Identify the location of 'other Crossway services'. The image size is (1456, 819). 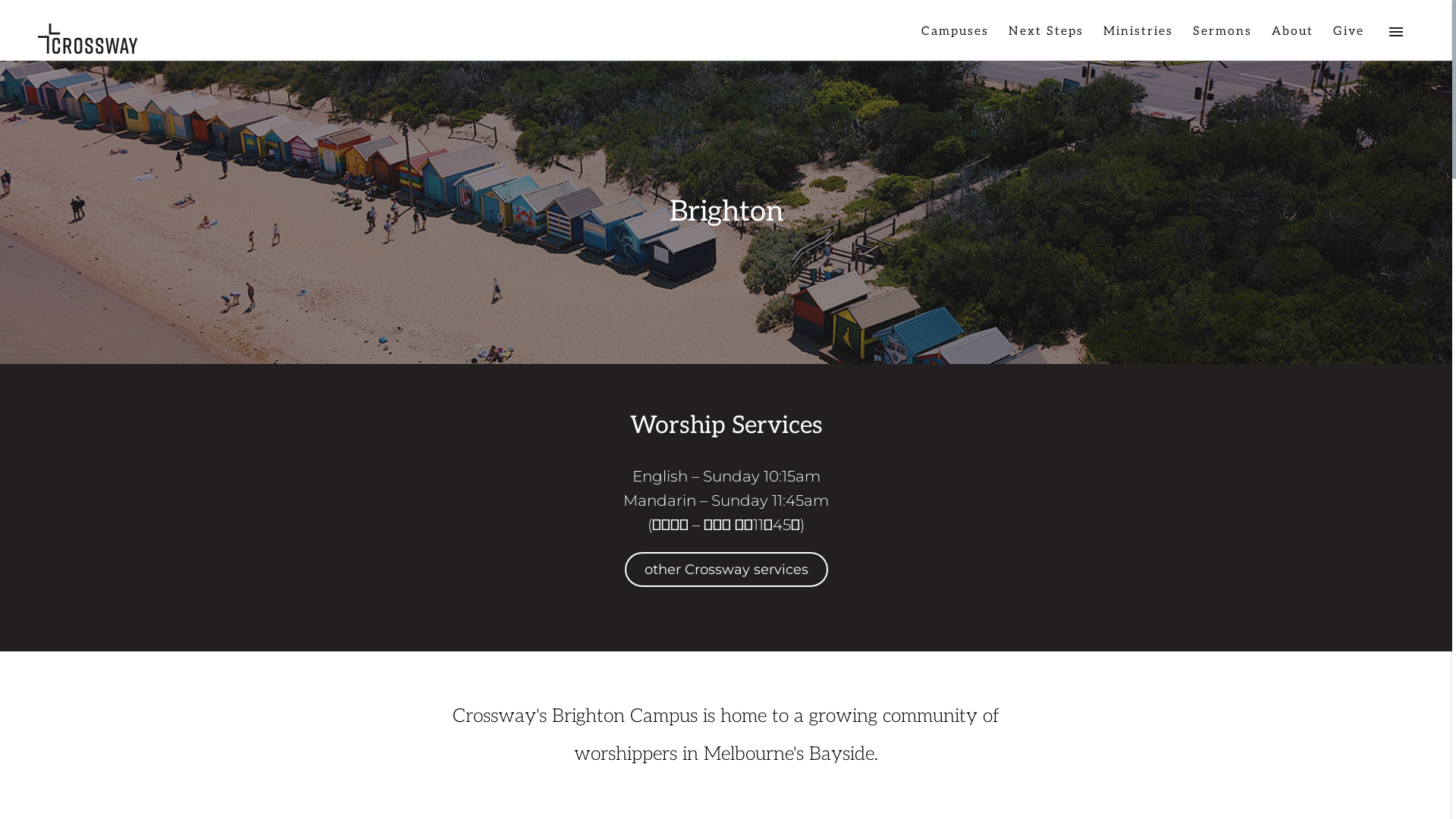
(625, 570).